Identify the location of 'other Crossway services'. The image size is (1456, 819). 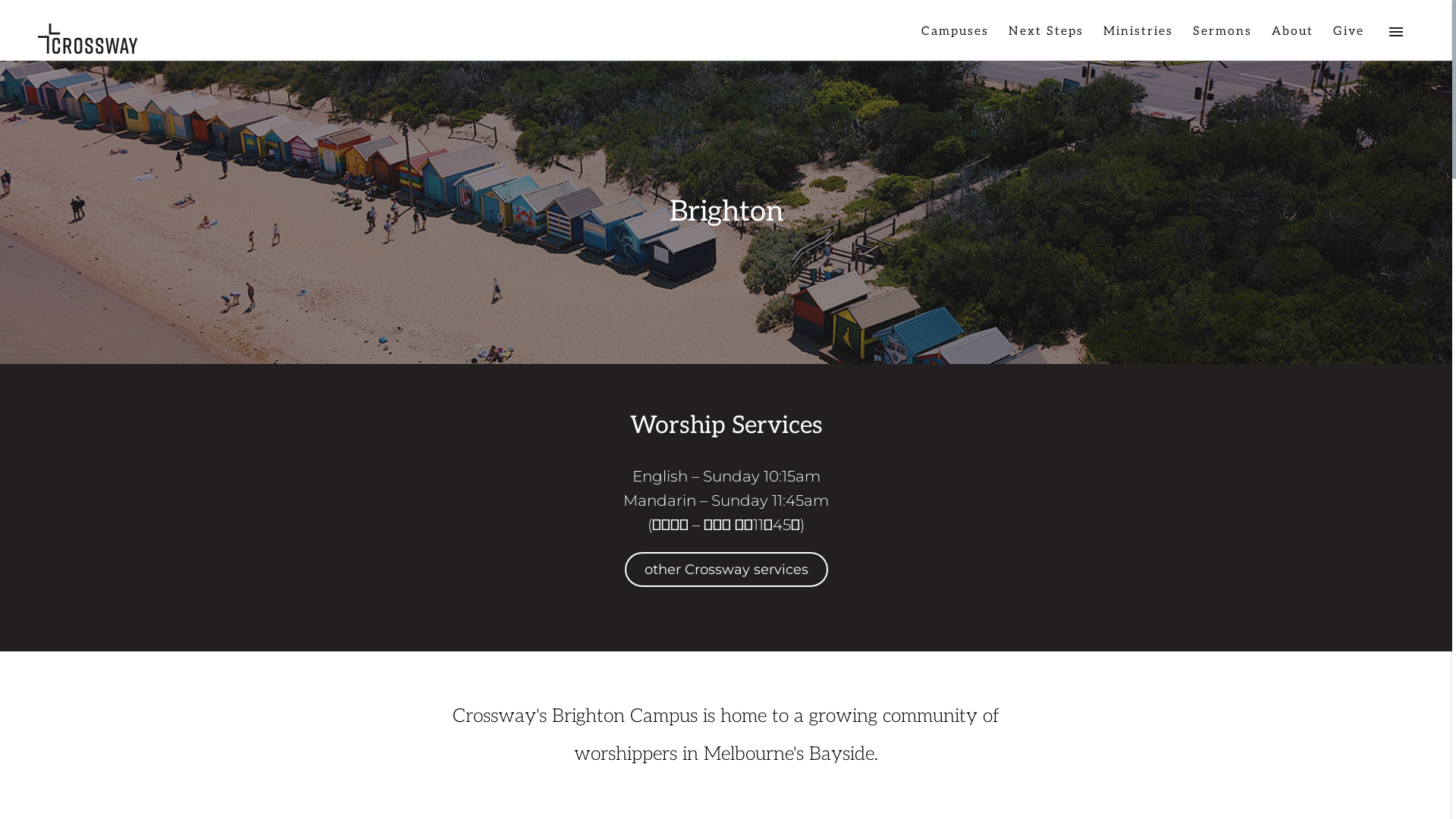
(625, 570).